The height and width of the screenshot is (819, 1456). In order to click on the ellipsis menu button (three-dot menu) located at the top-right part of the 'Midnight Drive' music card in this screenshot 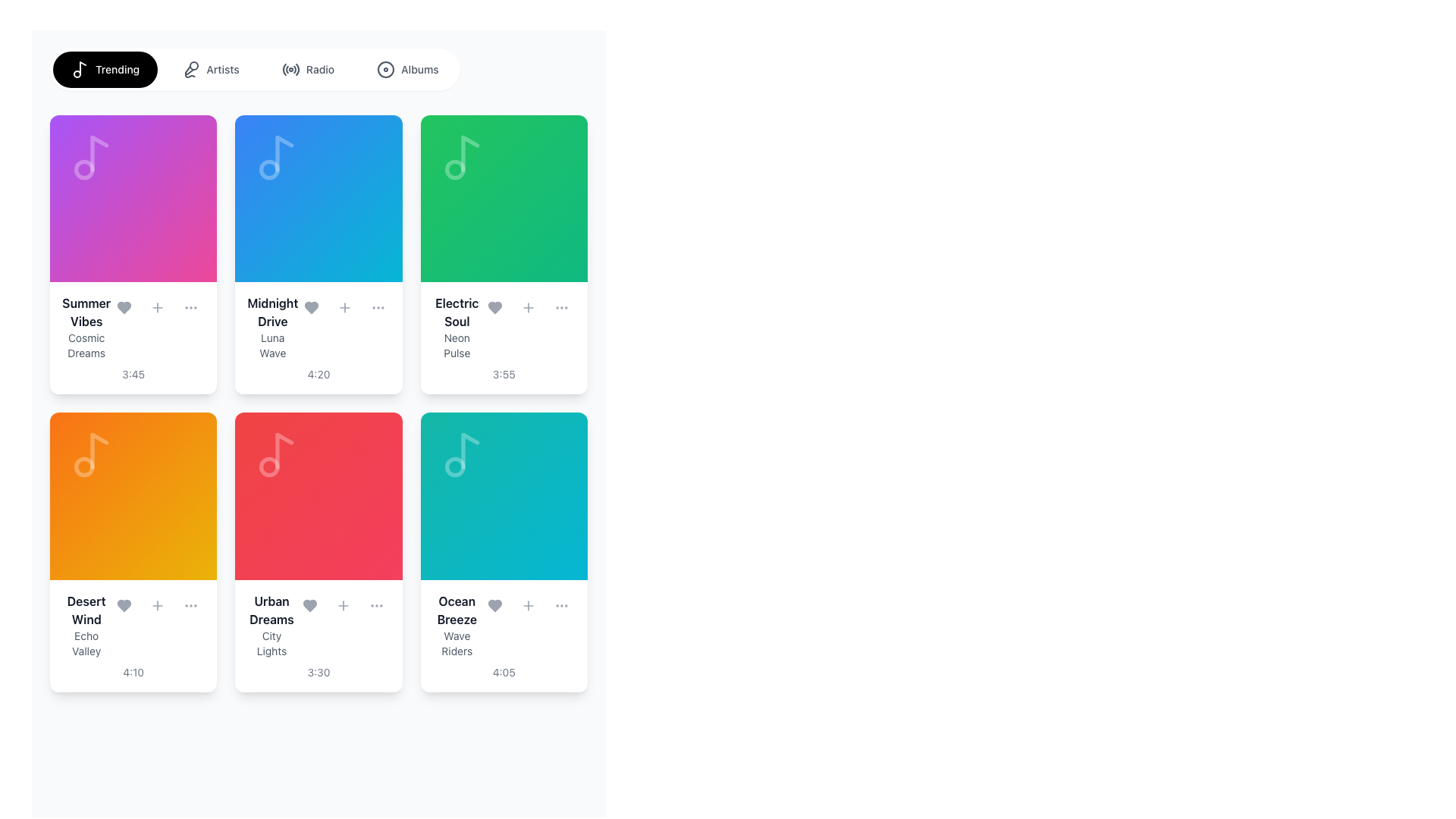, I will do `click(378, 307)`.